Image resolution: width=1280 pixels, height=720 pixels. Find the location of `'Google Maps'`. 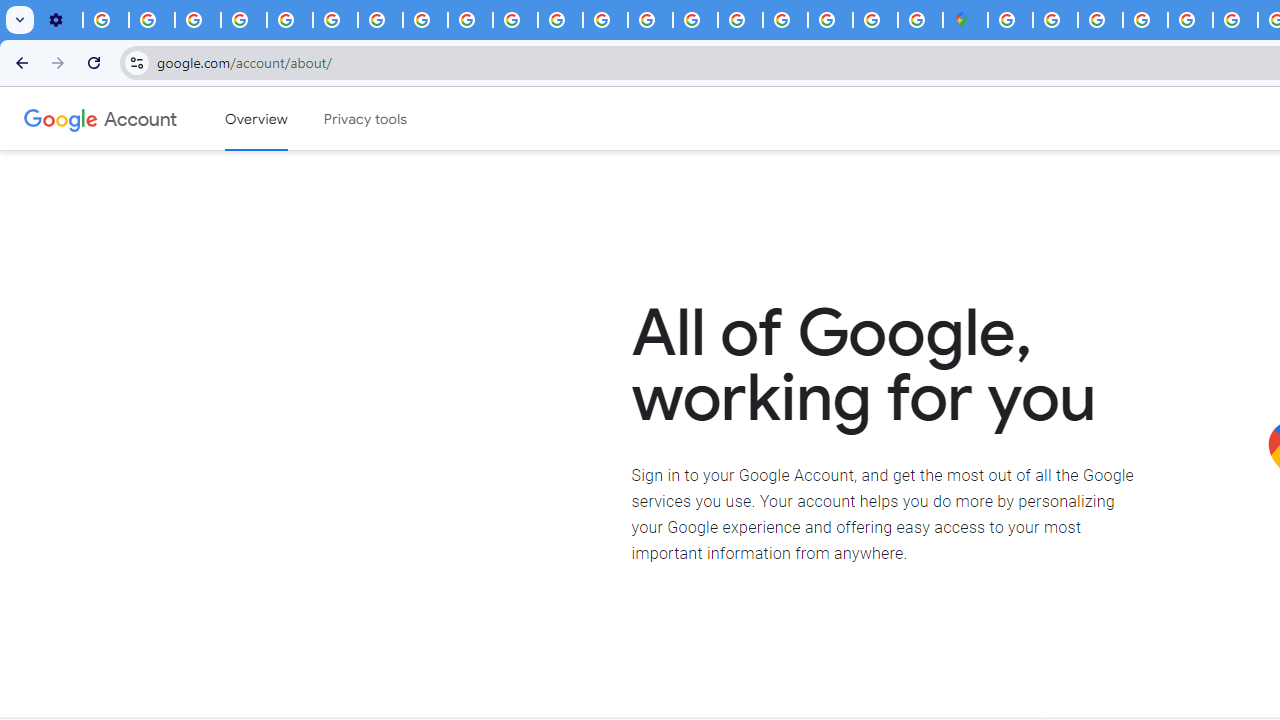

'Google Maps' is located at coordinates (965, 20).